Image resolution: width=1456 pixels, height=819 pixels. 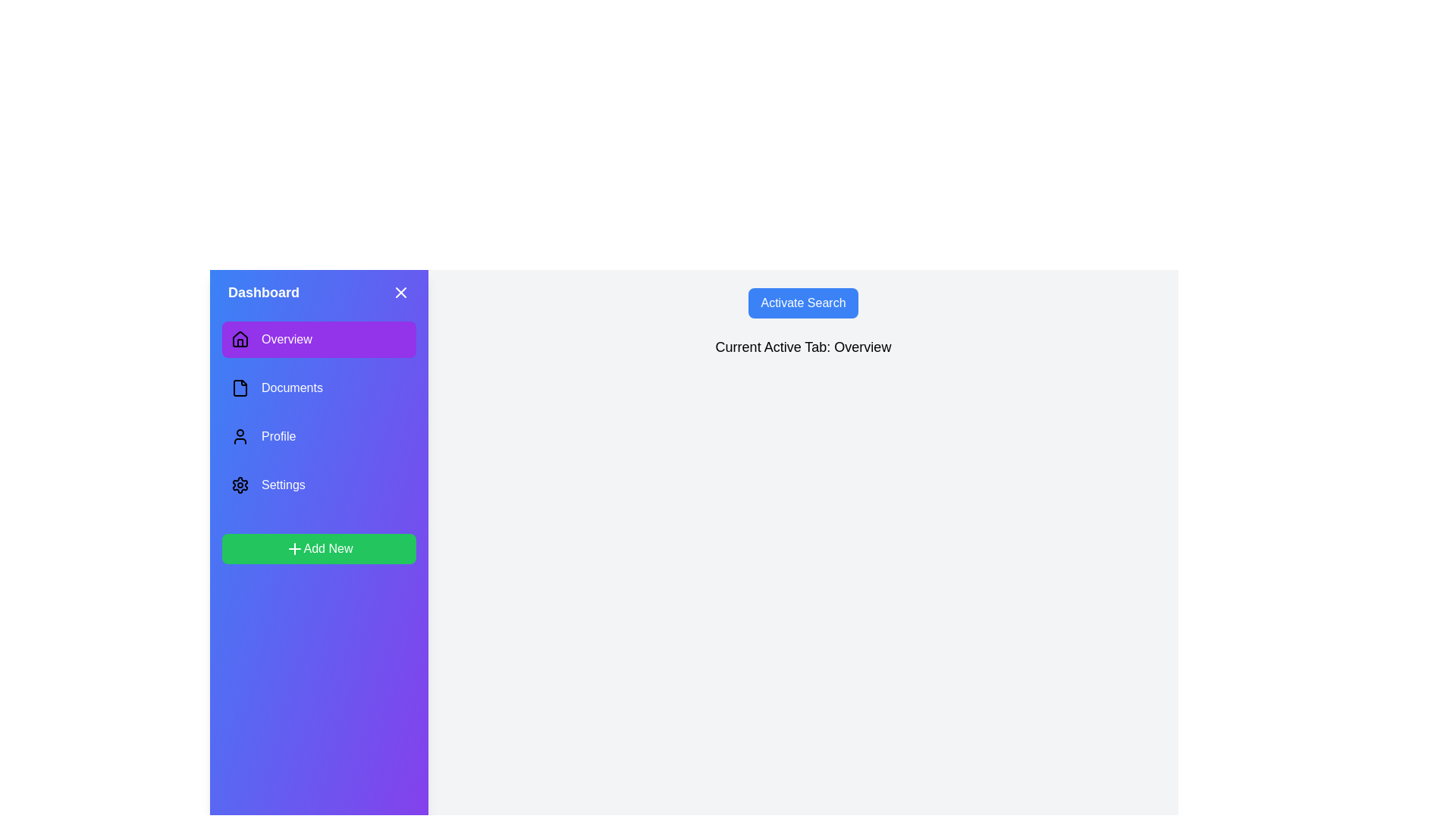 What do you see at coordinates (239, 485) in the screenshot?
I see `the settings icon located in the left-hand blue menu pane, positioned as the fourth item beneath the 'Profile' item` at bounding box center [239, 485].